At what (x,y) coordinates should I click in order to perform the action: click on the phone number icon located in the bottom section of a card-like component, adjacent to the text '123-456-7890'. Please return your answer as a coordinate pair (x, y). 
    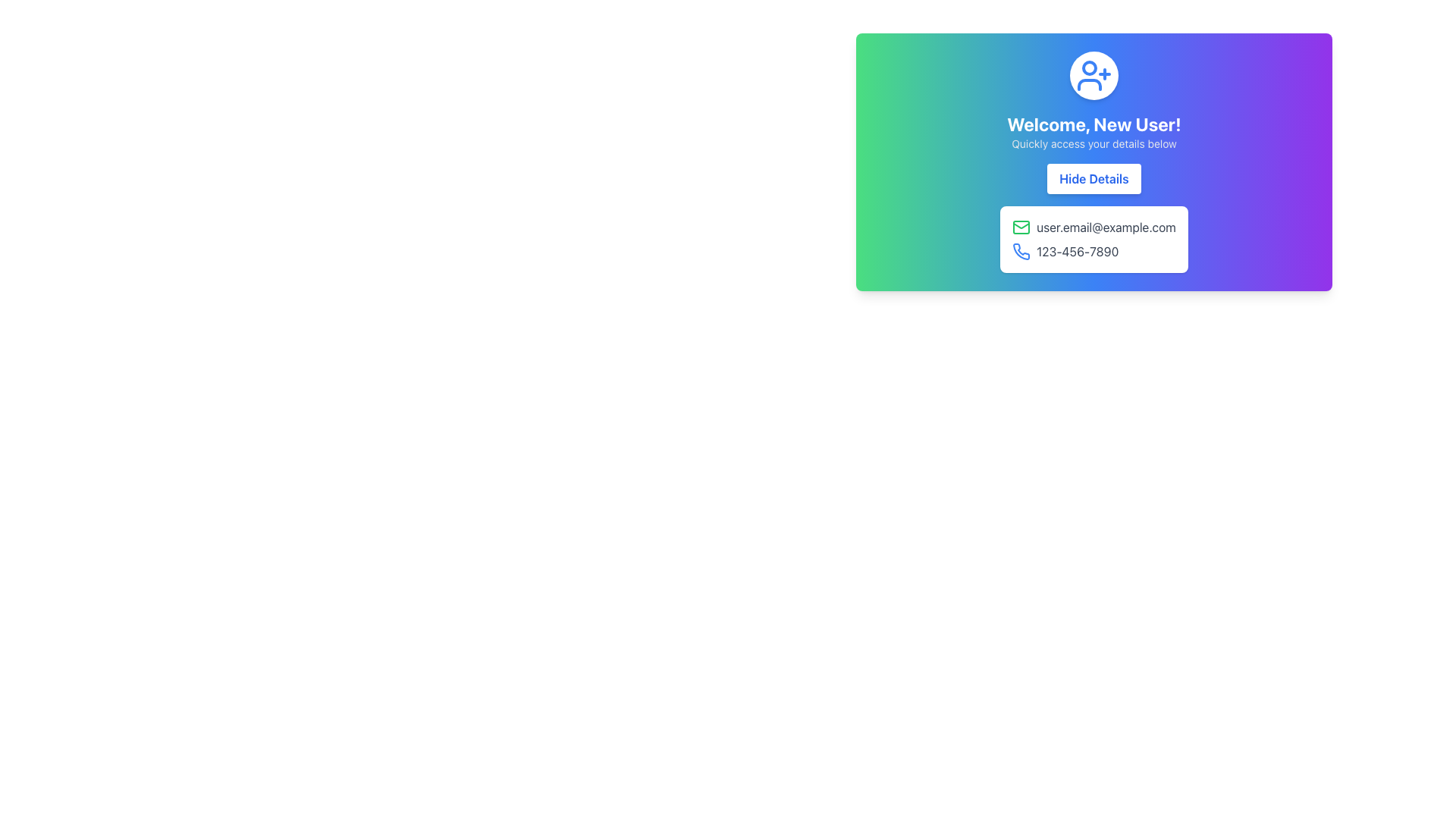
    Looking at the image, I should click on (1021, 250).